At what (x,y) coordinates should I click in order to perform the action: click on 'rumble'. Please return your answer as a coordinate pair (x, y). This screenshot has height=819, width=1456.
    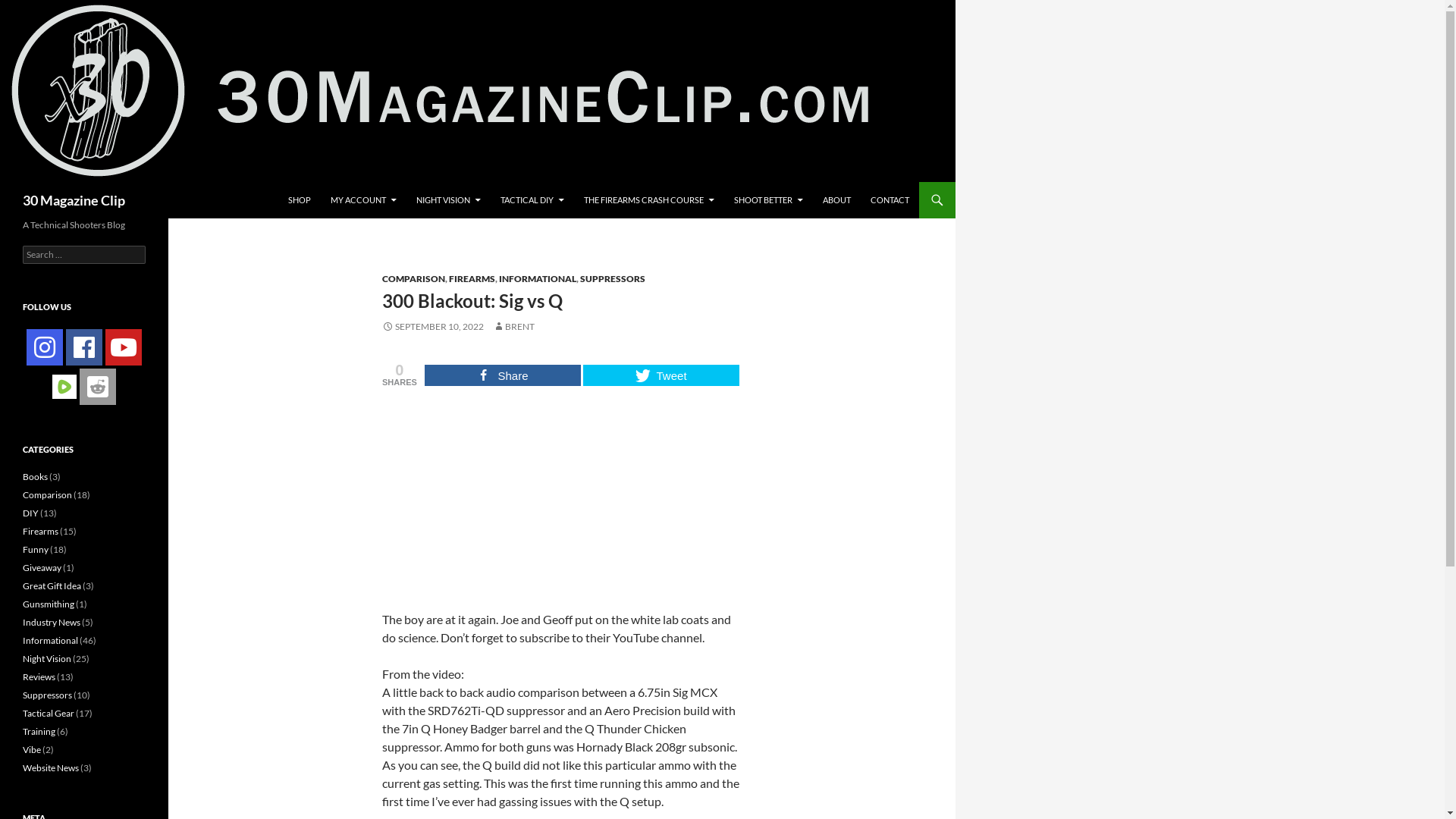
    Looking at the image, I should click on (52, 385).